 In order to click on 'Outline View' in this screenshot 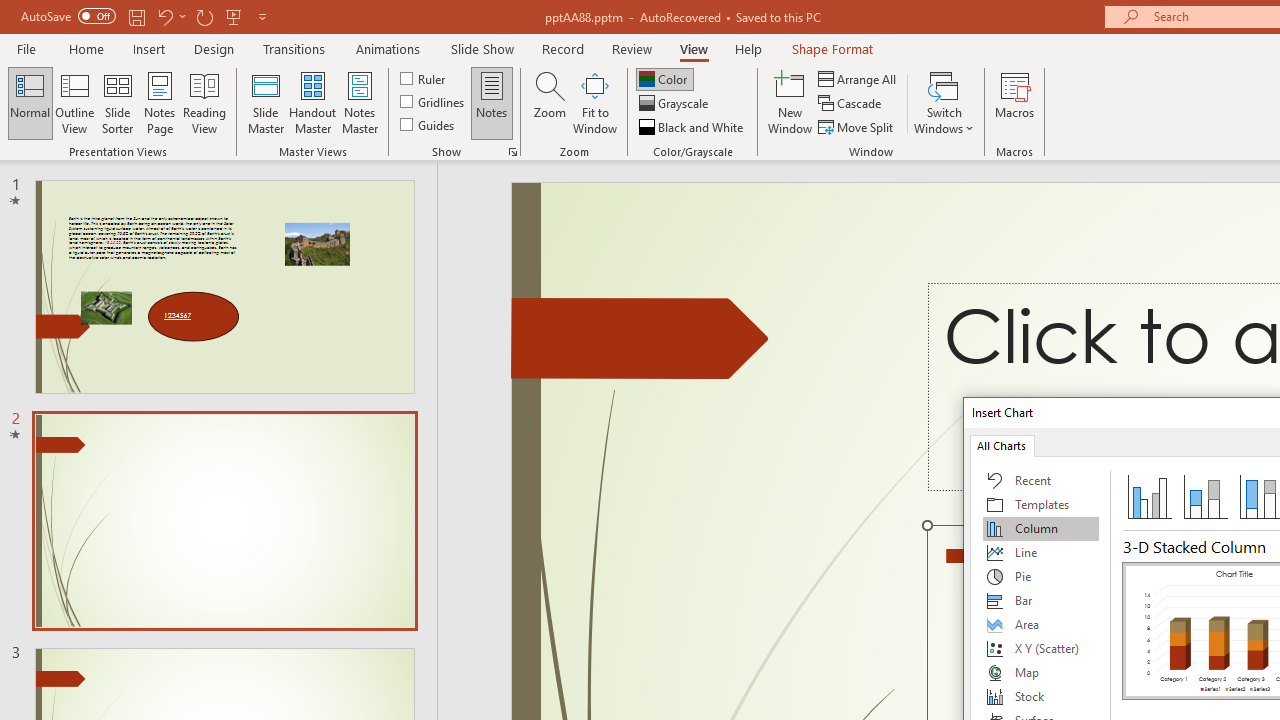, I will do `click(74, 103)`.